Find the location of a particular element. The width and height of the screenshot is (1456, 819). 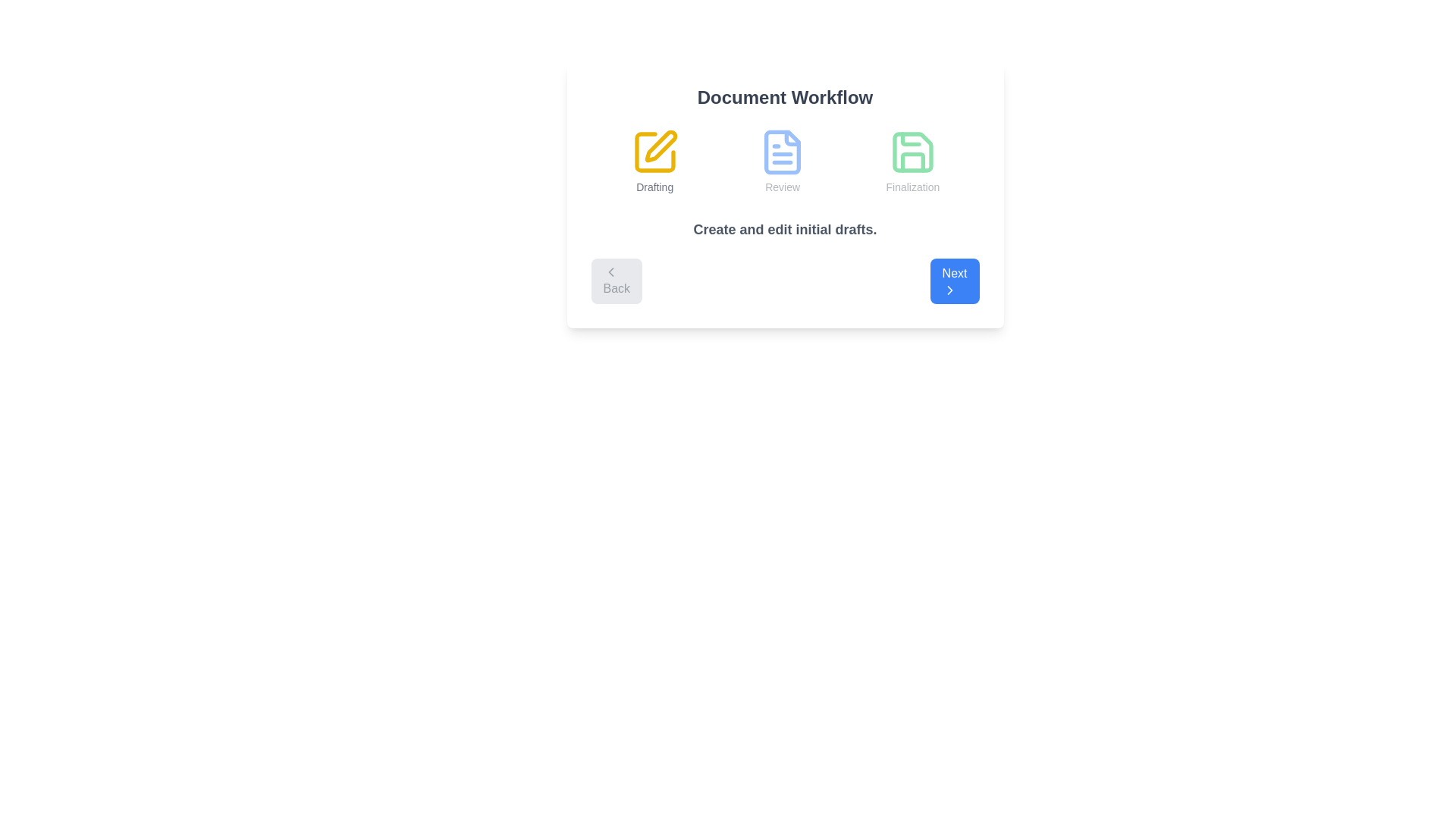

the buttons in the Navigation bar located at the bottom-center of the 'Document Workflow' panel is located at coordinates (785, 281).